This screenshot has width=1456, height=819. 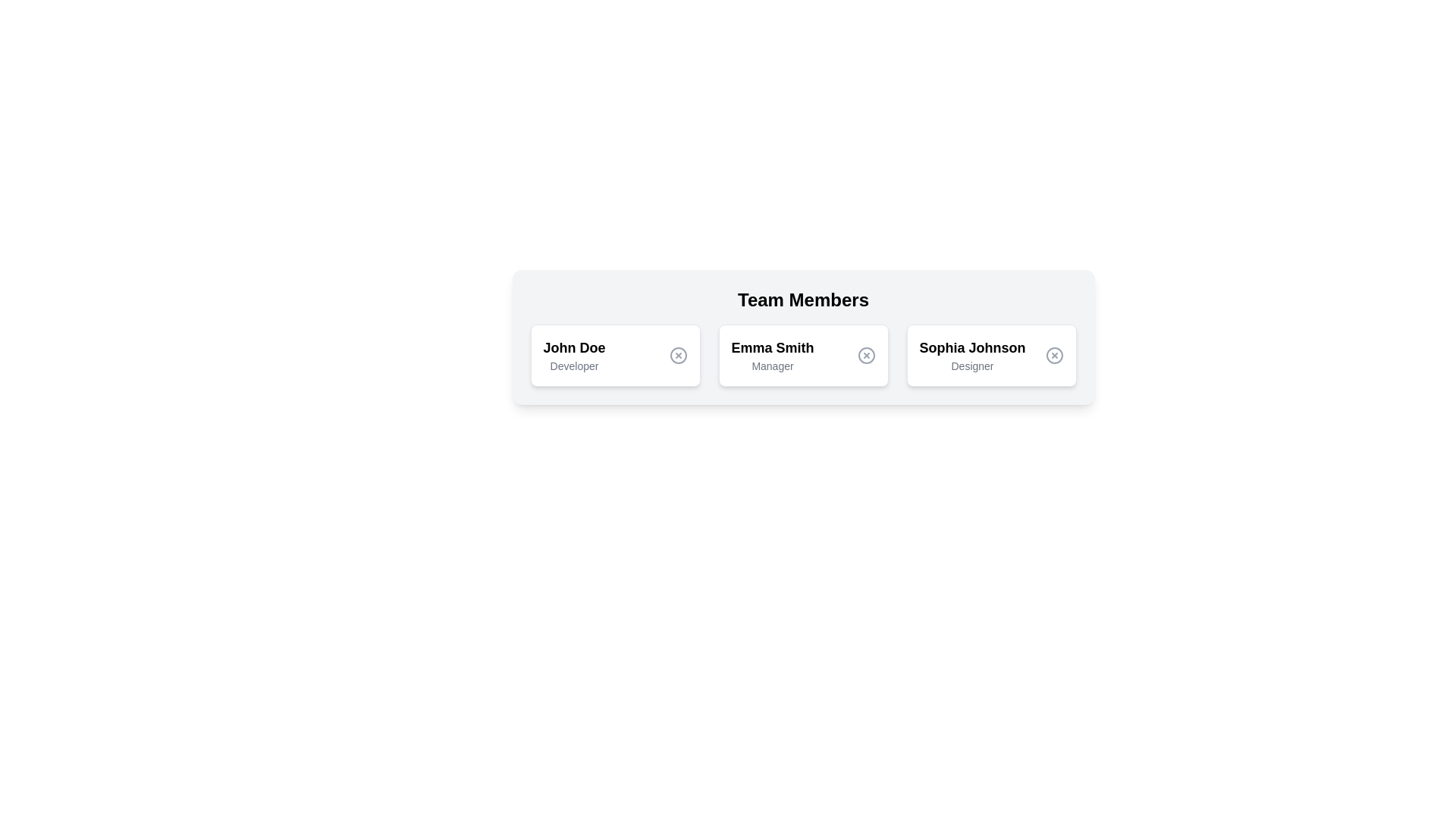 I want to click on the profile card for Emma Smith, so click(x=802, y=356).